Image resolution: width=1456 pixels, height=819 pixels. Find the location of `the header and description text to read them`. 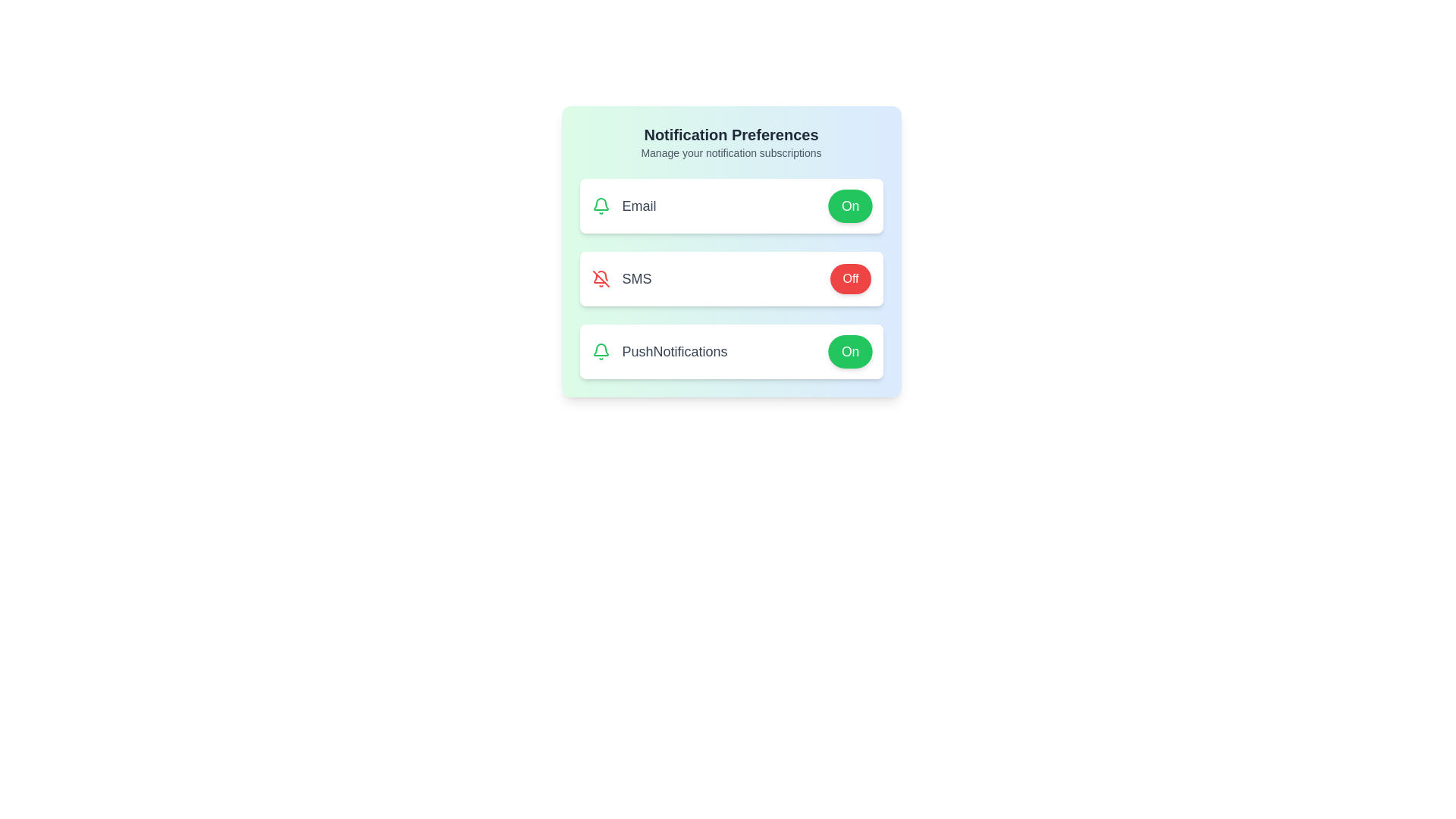

the header and description text to read them is located at coordinates (731, 133).